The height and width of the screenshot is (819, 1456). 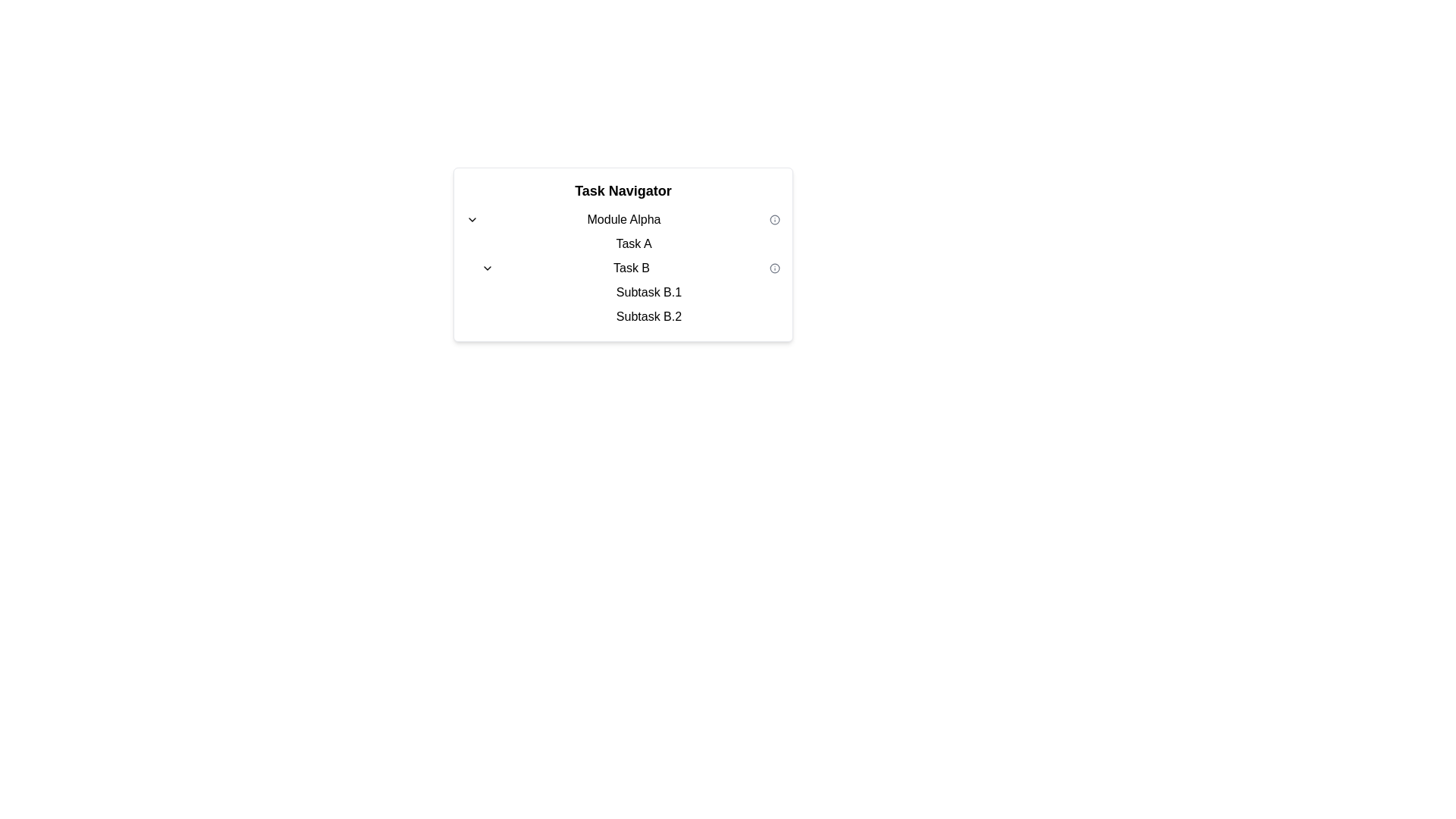 I want to click on the second subtask item in the hierarchical navigation menu under 'Task B', so click(x=645, y=315).